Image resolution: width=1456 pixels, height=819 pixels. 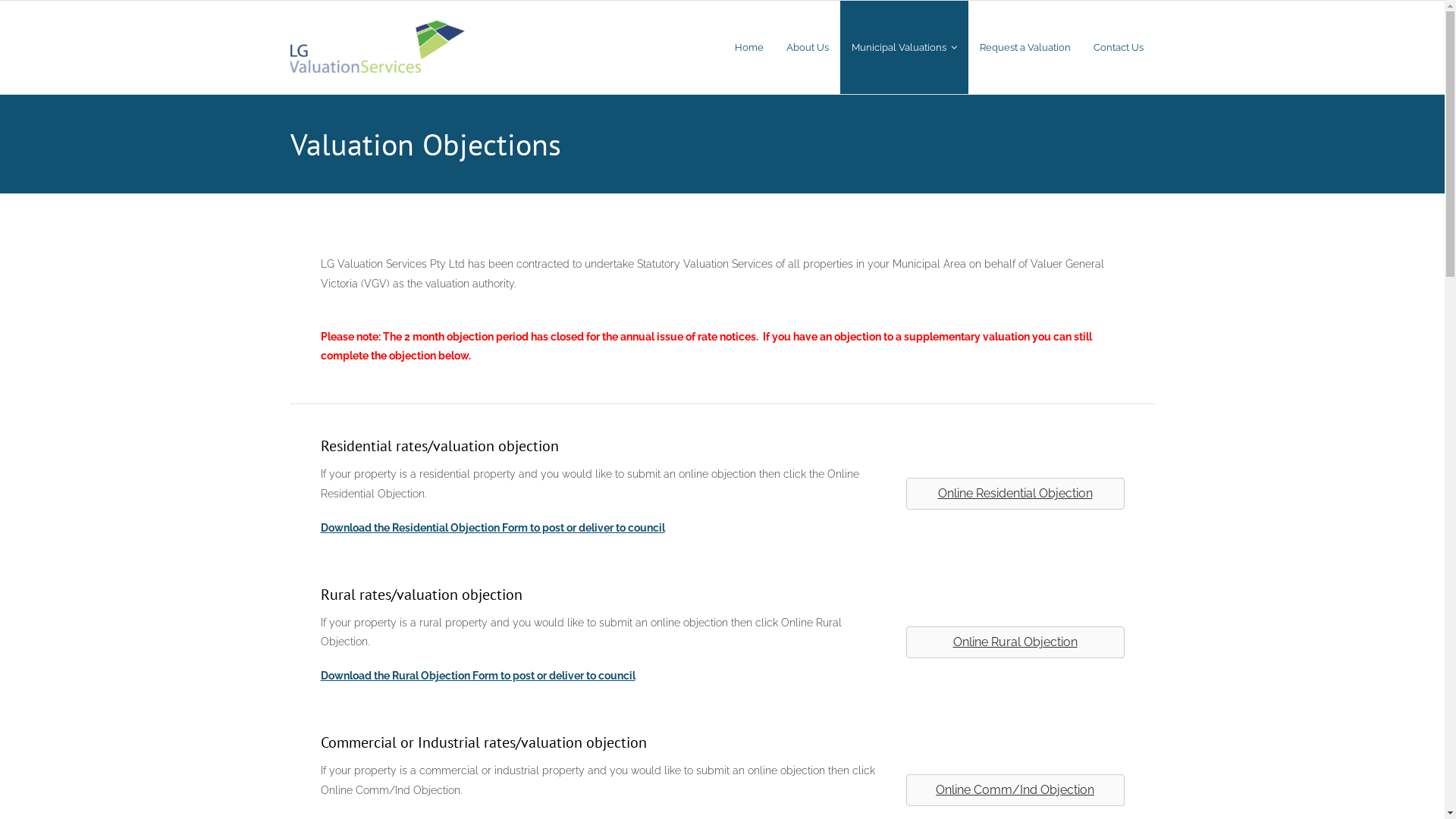 What do you see at coordinates (904, 46) in the screenshot?
I see `'Municipal Valuations'` at bounding box center [904, 46].